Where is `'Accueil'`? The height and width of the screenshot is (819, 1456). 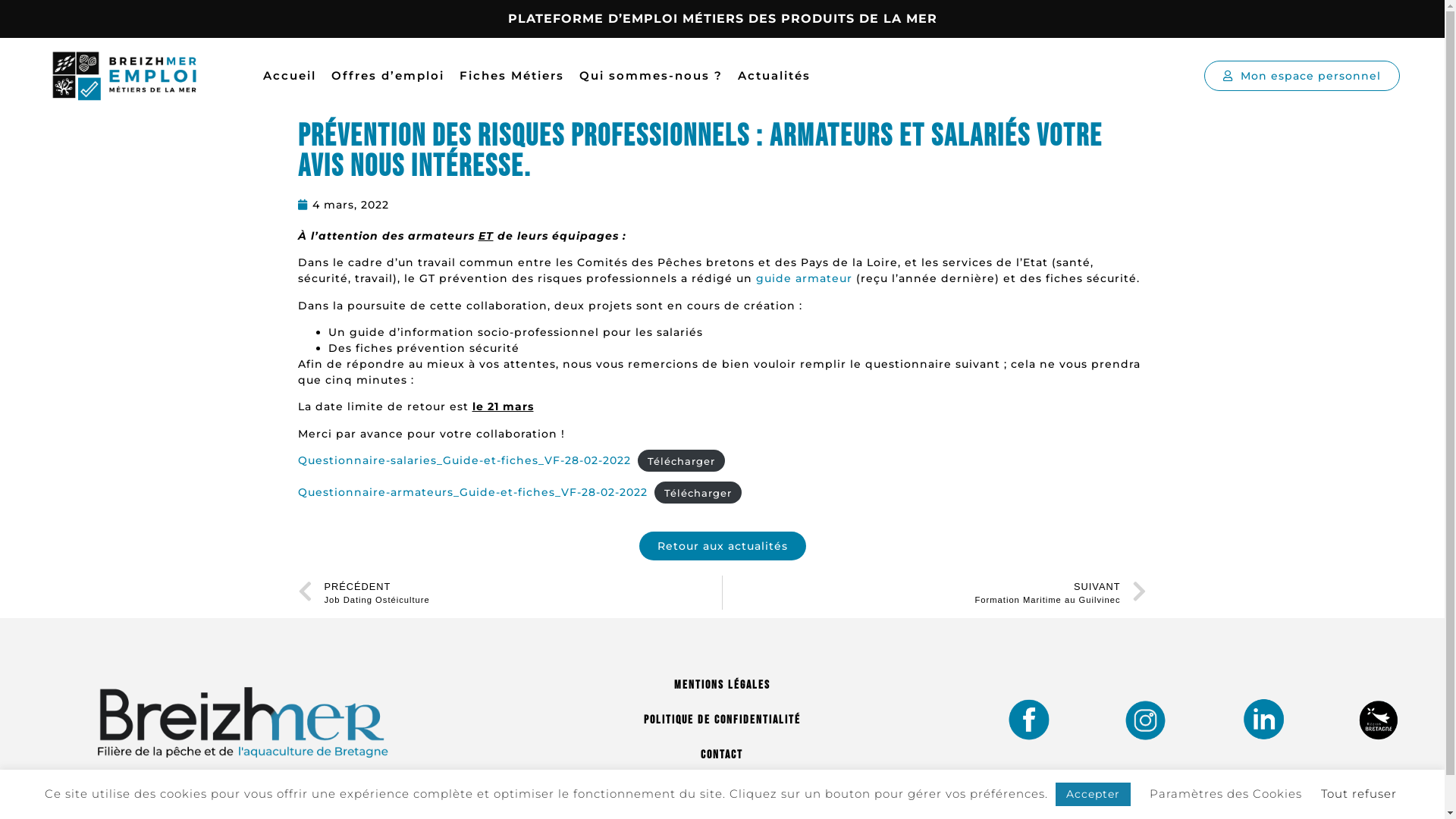 'Accueil' is located at coordinates (290, 76).